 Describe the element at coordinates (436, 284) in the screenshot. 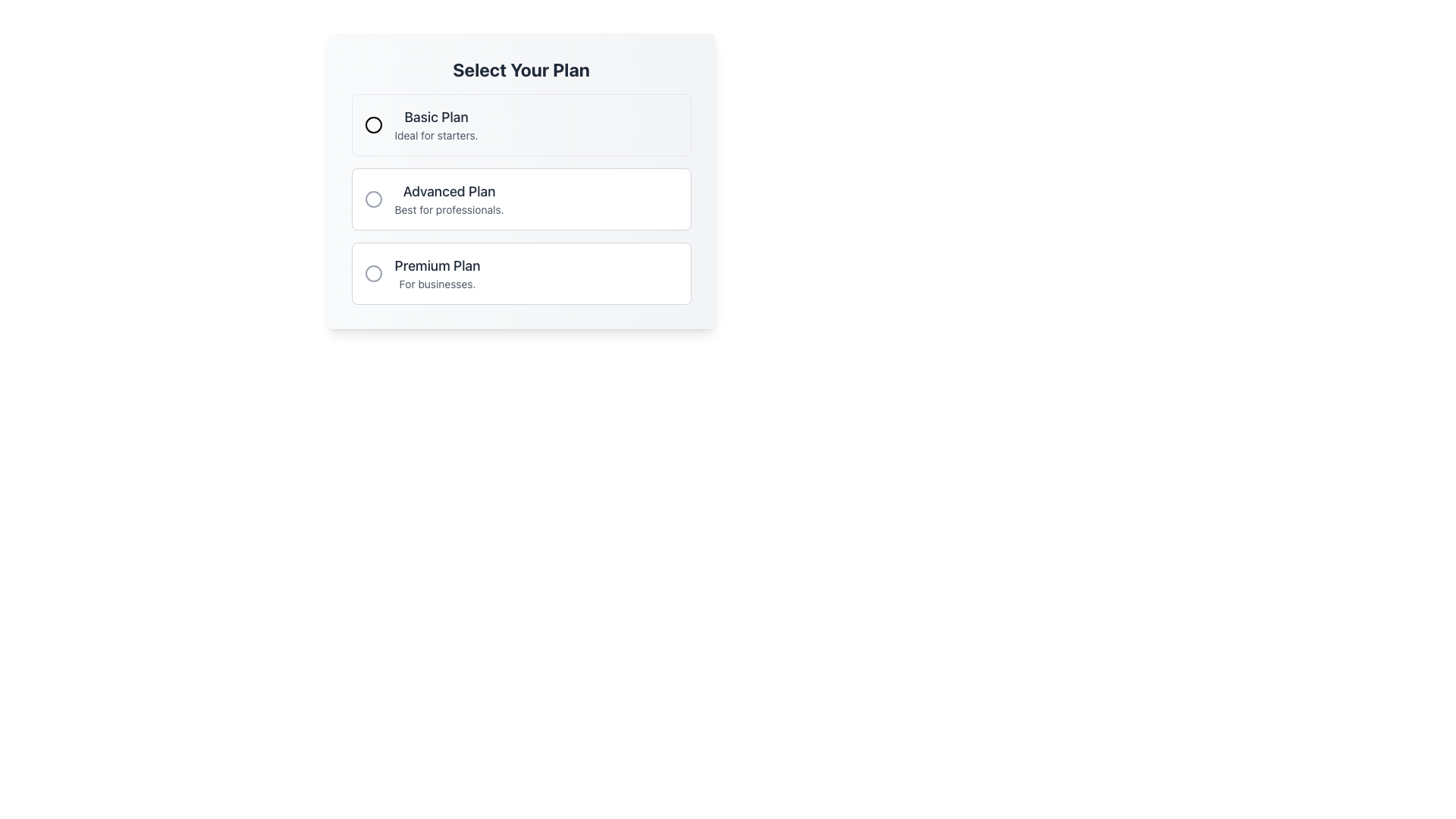

I see `the small text label reading 'For businesses.' which is styled in muted gray and positioned below the 'Premium Plan' header within the plan selection card` at that location.